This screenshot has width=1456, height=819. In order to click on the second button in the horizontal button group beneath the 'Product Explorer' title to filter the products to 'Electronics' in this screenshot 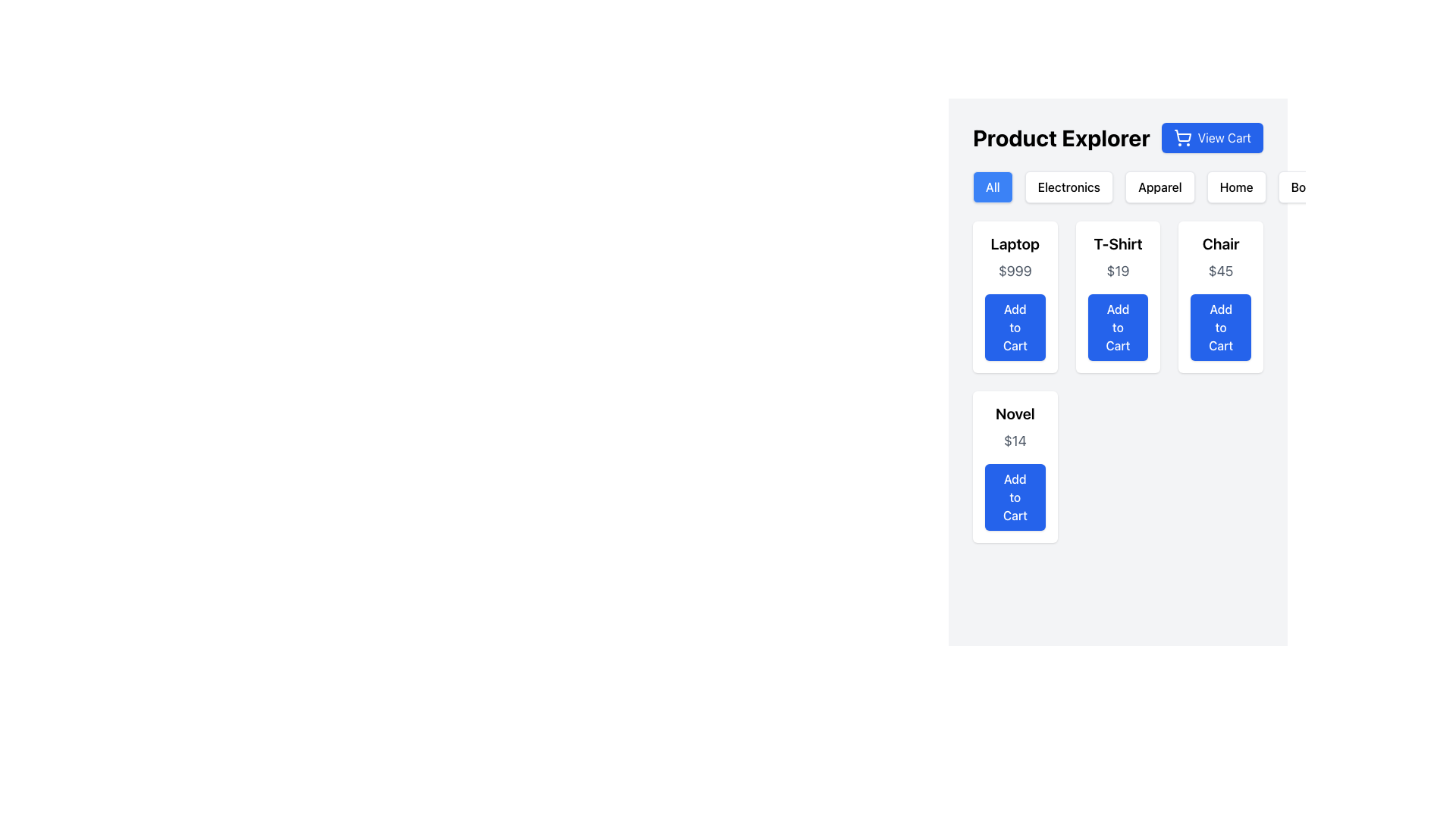, I will do `click(1068, 186)`.